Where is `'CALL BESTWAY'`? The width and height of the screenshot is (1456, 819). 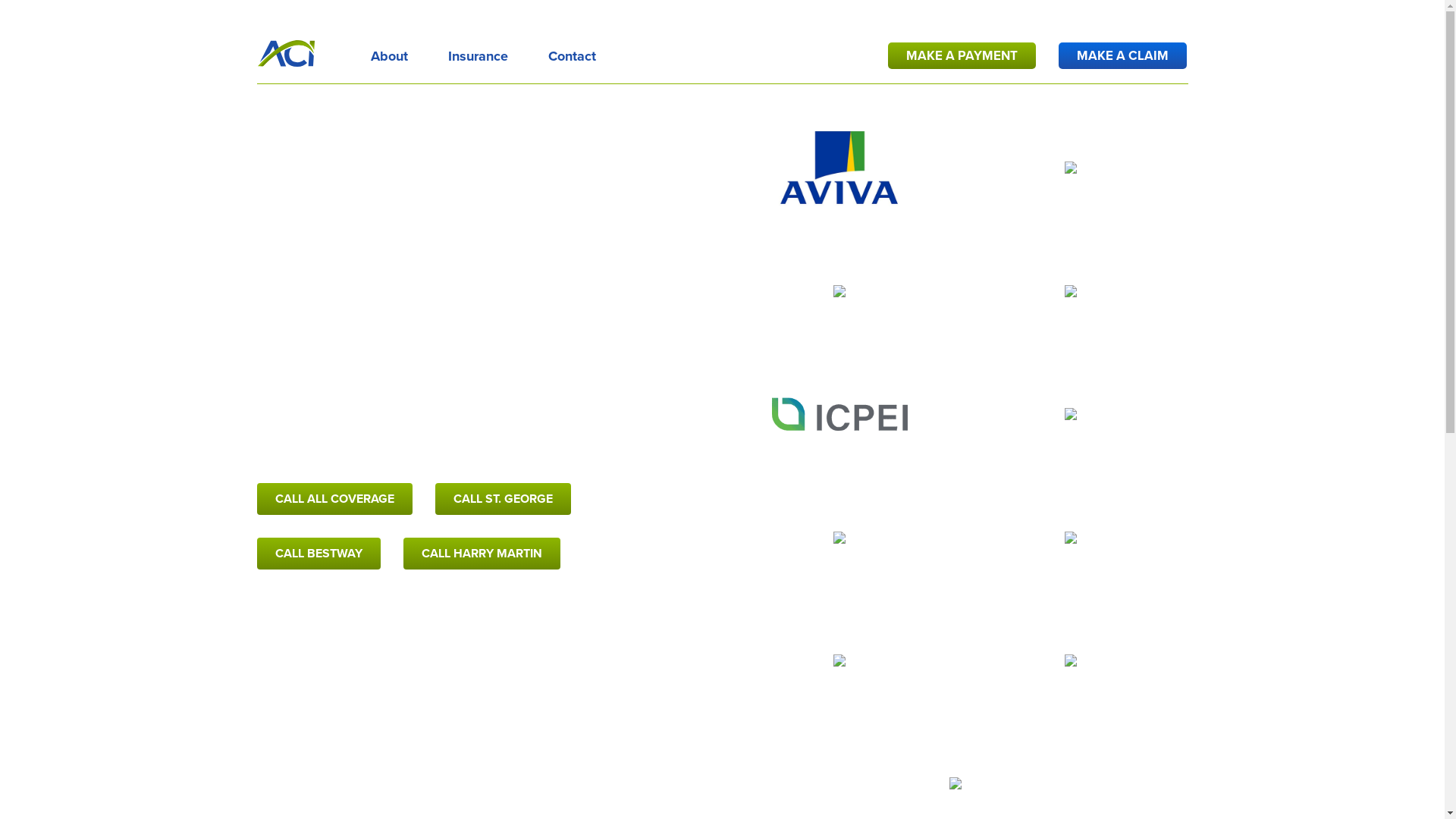
'CALL BESTWAY' is located at coordinates (318, 553).